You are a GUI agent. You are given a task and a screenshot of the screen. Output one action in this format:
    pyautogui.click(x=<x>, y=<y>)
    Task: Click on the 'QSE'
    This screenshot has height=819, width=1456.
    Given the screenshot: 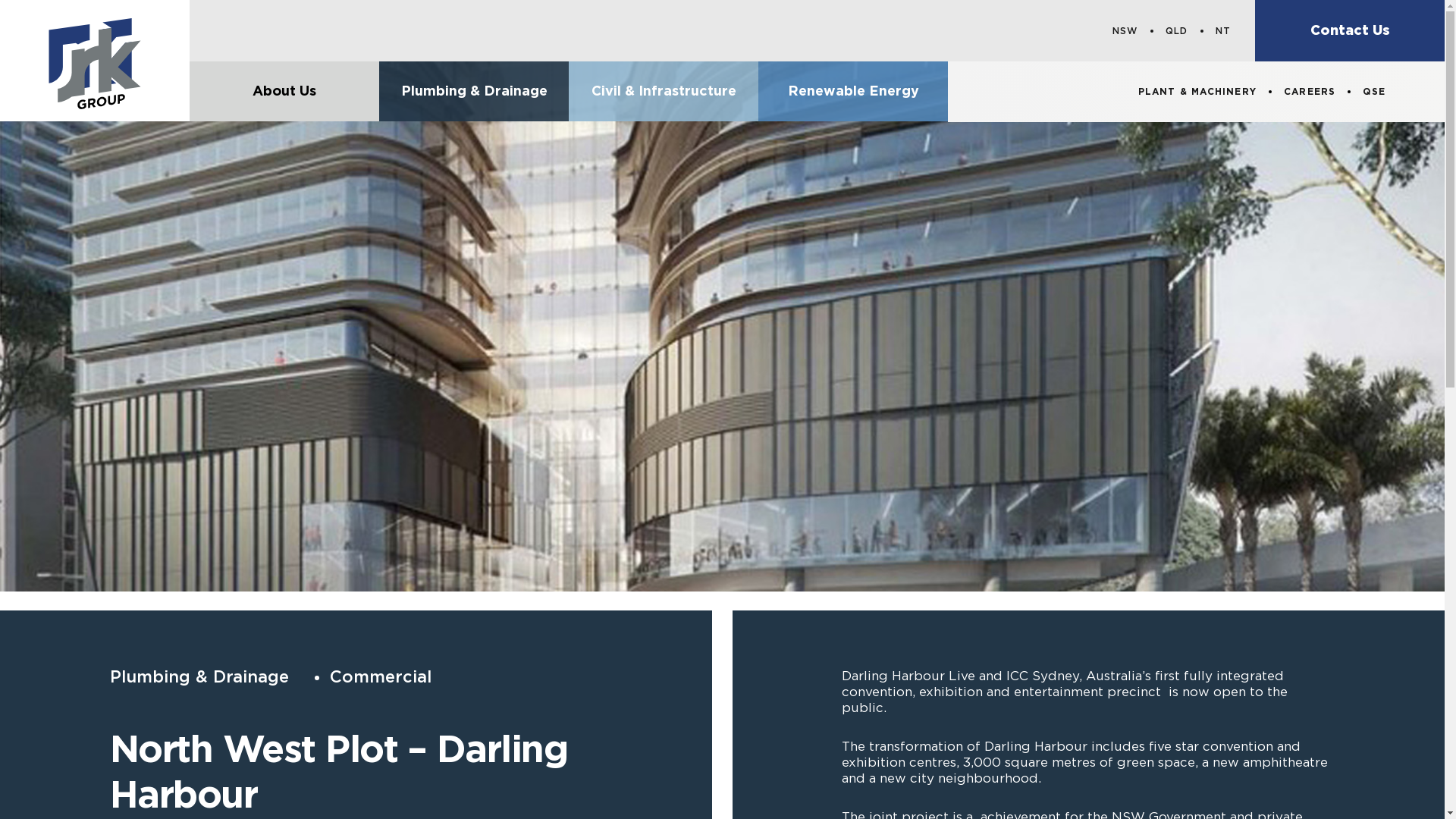 What is the action you would take?
    pyautogui.click(x=1373, y=91)
    